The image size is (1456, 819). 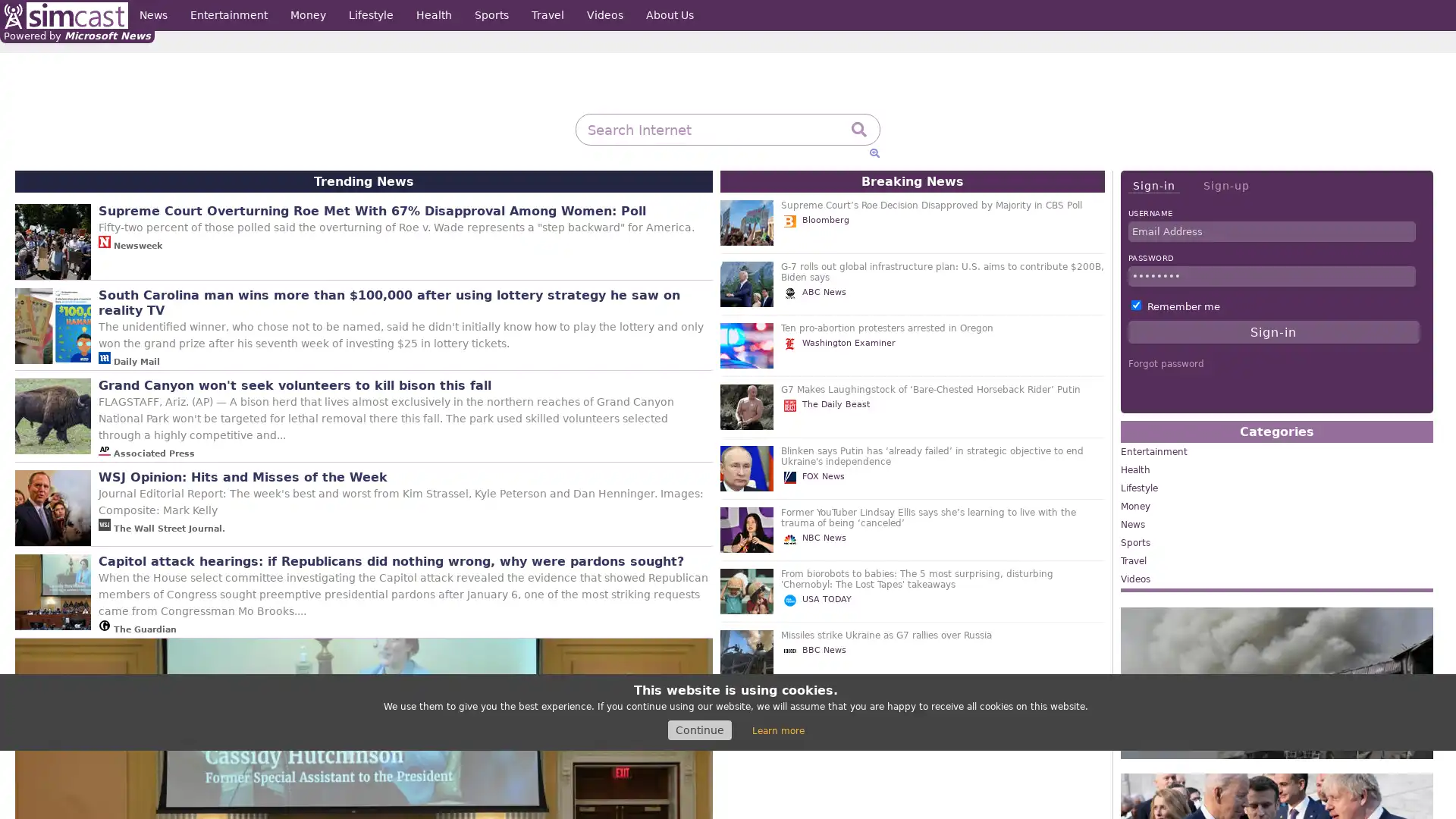 What do you see at coordinates (1225, 185) in the screenshot?
I see `Sign-up` at bounding box center [1225, 185].